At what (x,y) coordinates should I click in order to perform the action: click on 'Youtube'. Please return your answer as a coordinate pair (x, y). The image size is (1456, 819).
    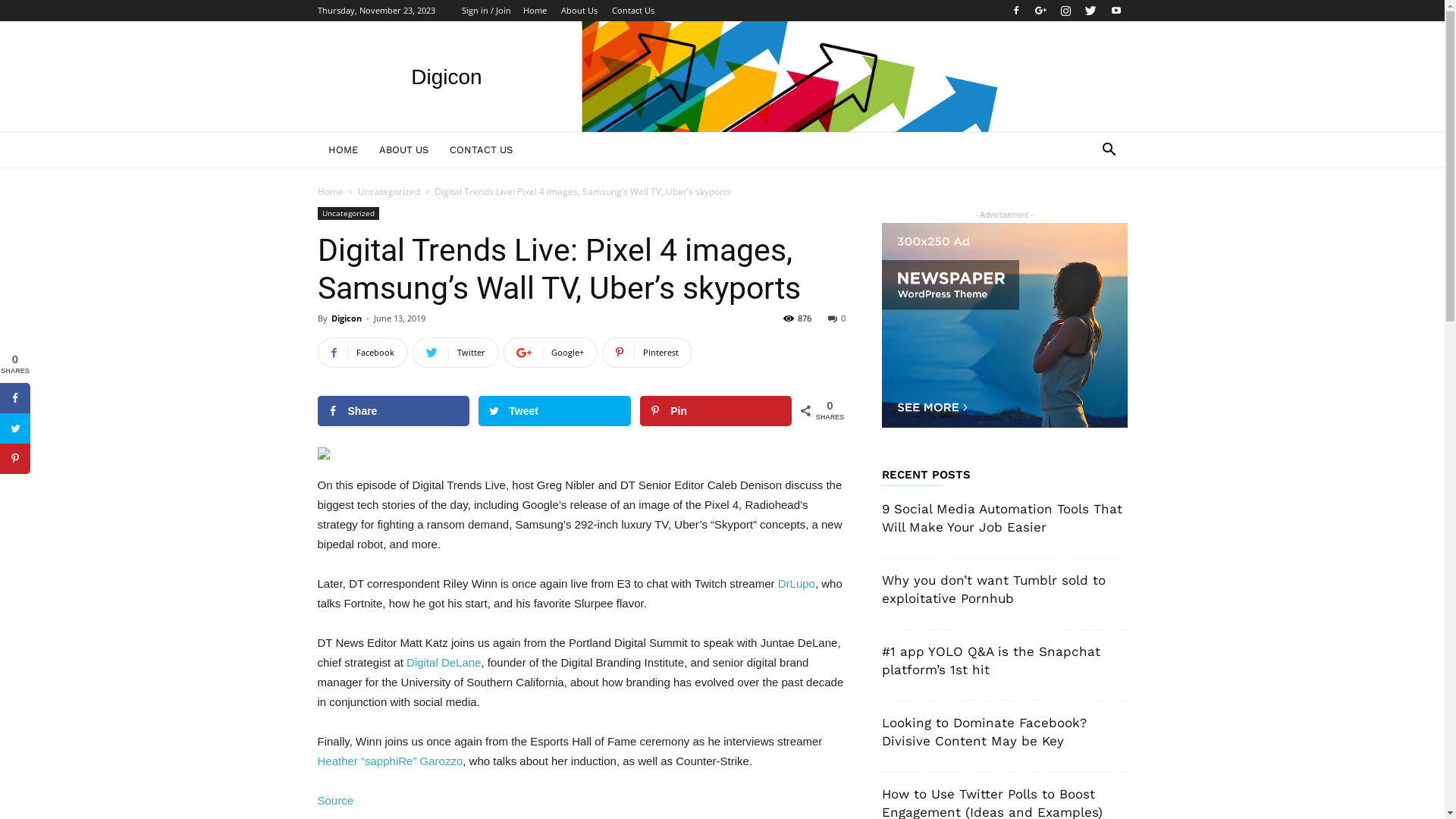
    Looking at the image, I should click on (1103, 11).